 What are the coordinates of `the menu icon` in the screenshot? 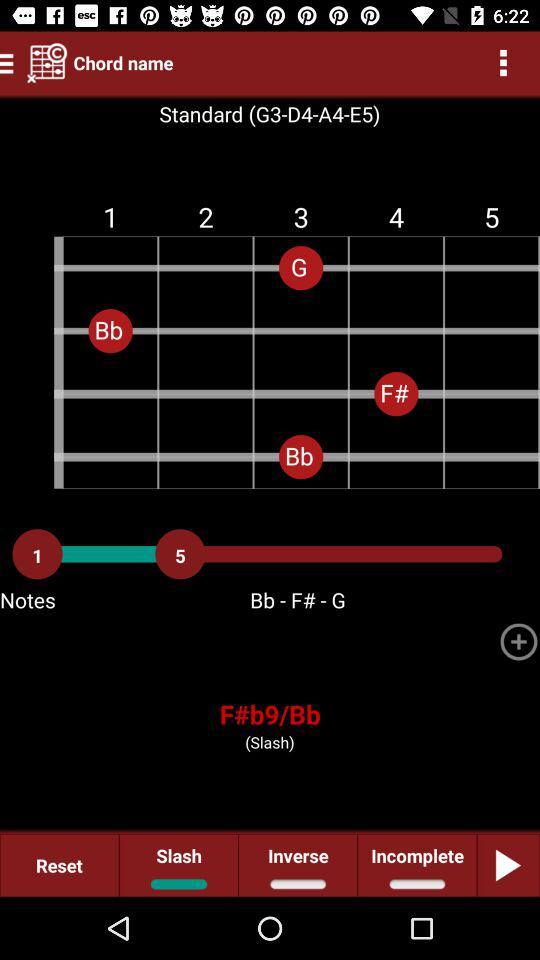 It's located at (9, 62).